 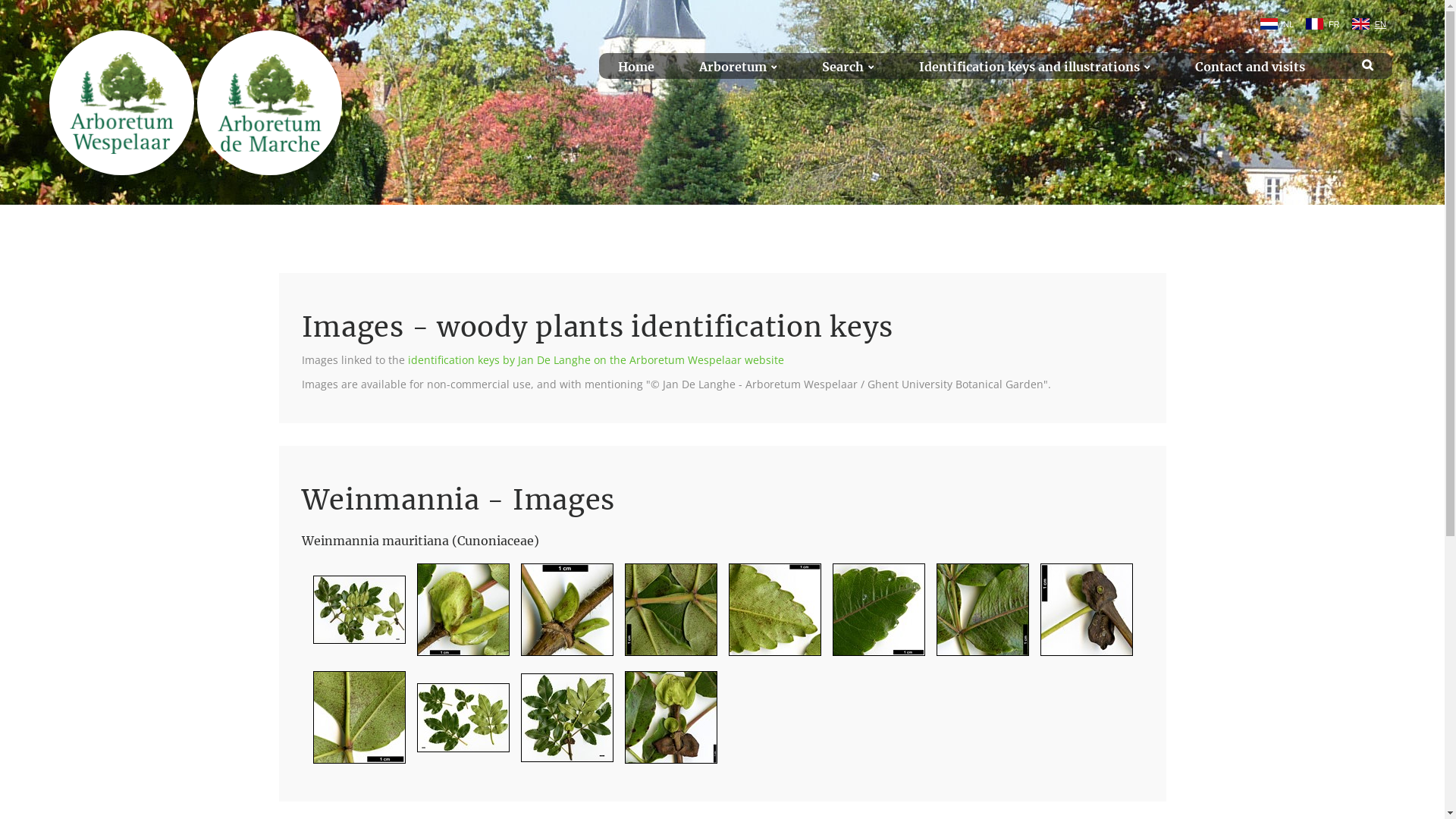 I want to click on 'NL', so click(x=1280, y=24).